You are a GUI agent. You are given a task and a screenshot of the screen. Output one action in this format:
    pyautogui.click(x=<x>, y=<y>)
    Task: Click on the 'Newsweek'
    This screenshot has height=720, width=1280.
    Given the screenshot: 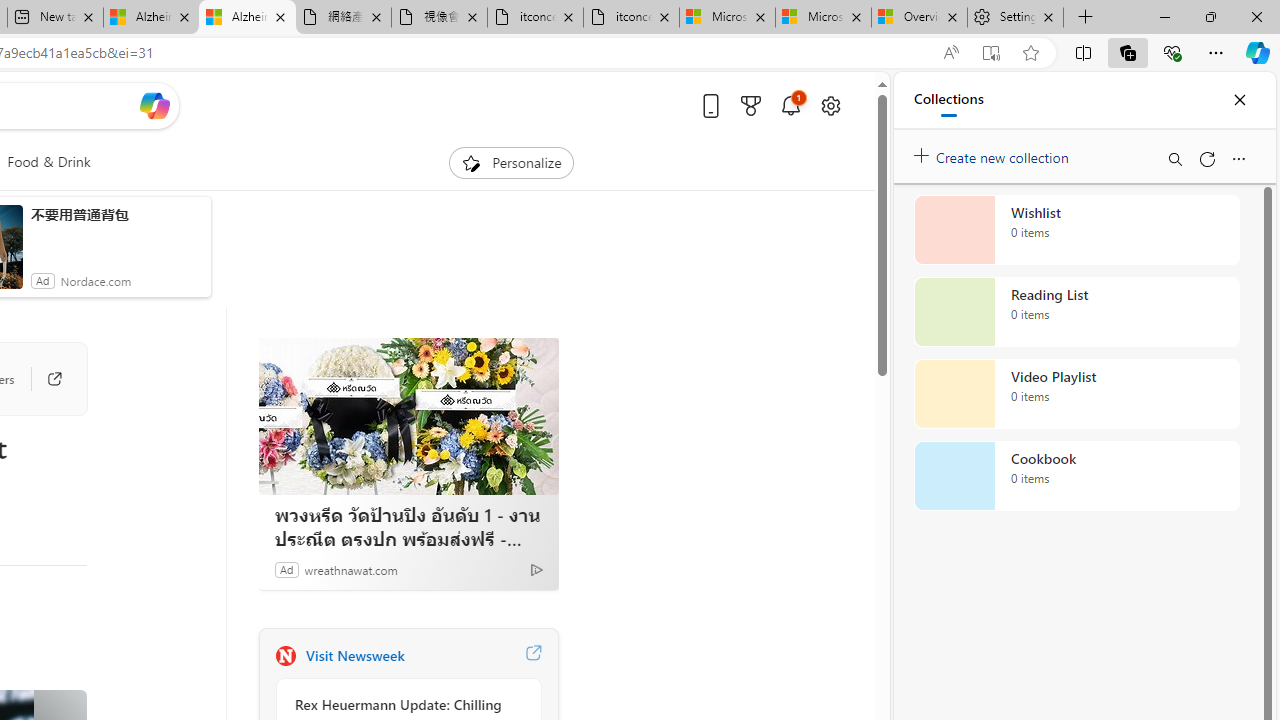 What is the action you would take?
    pyautogui.click(x=284, y=655)
    